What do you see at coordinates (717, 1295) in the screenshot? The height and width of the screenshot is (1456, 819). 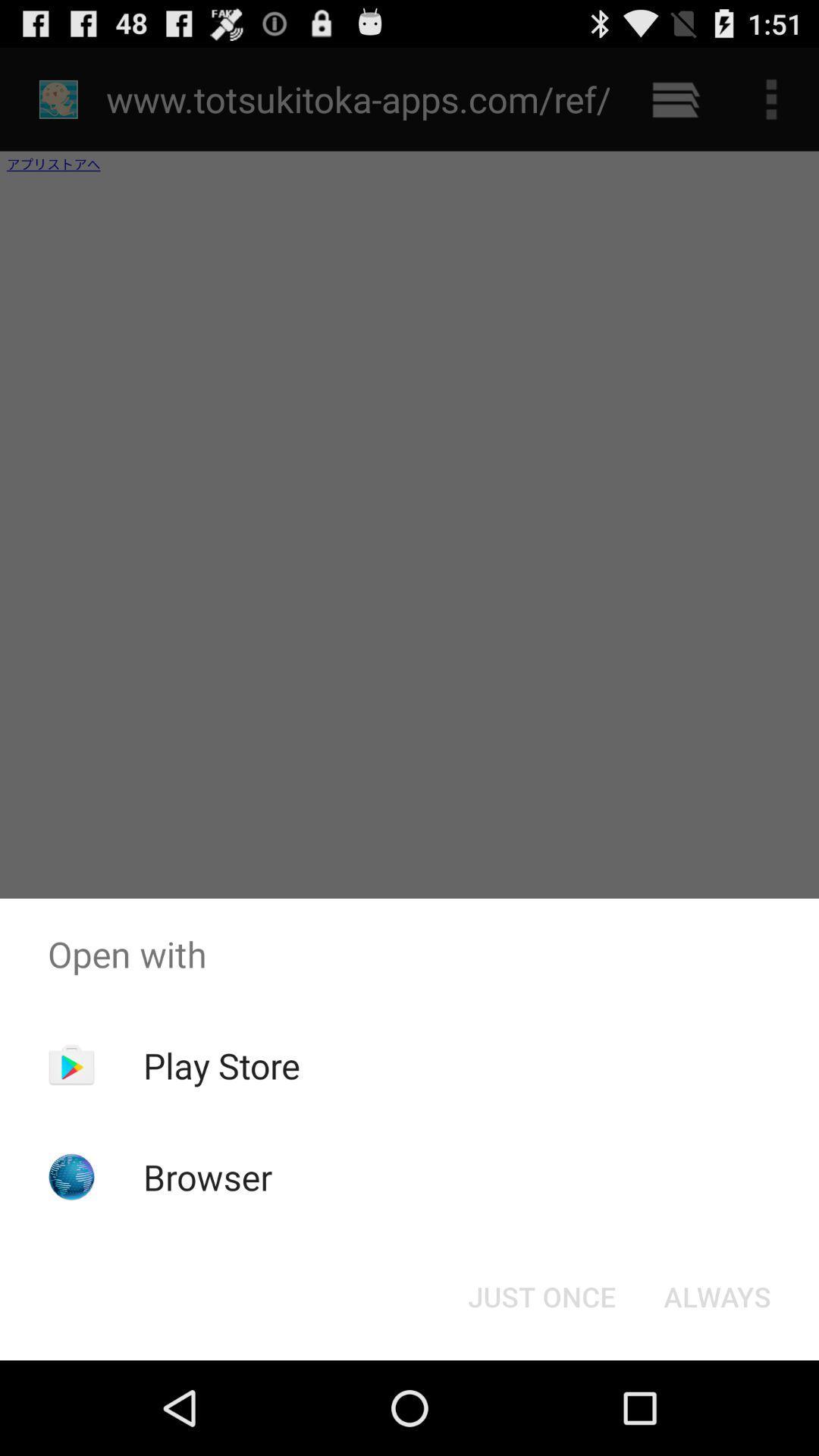 I see `always icon` at bounding box center [717, 1295].